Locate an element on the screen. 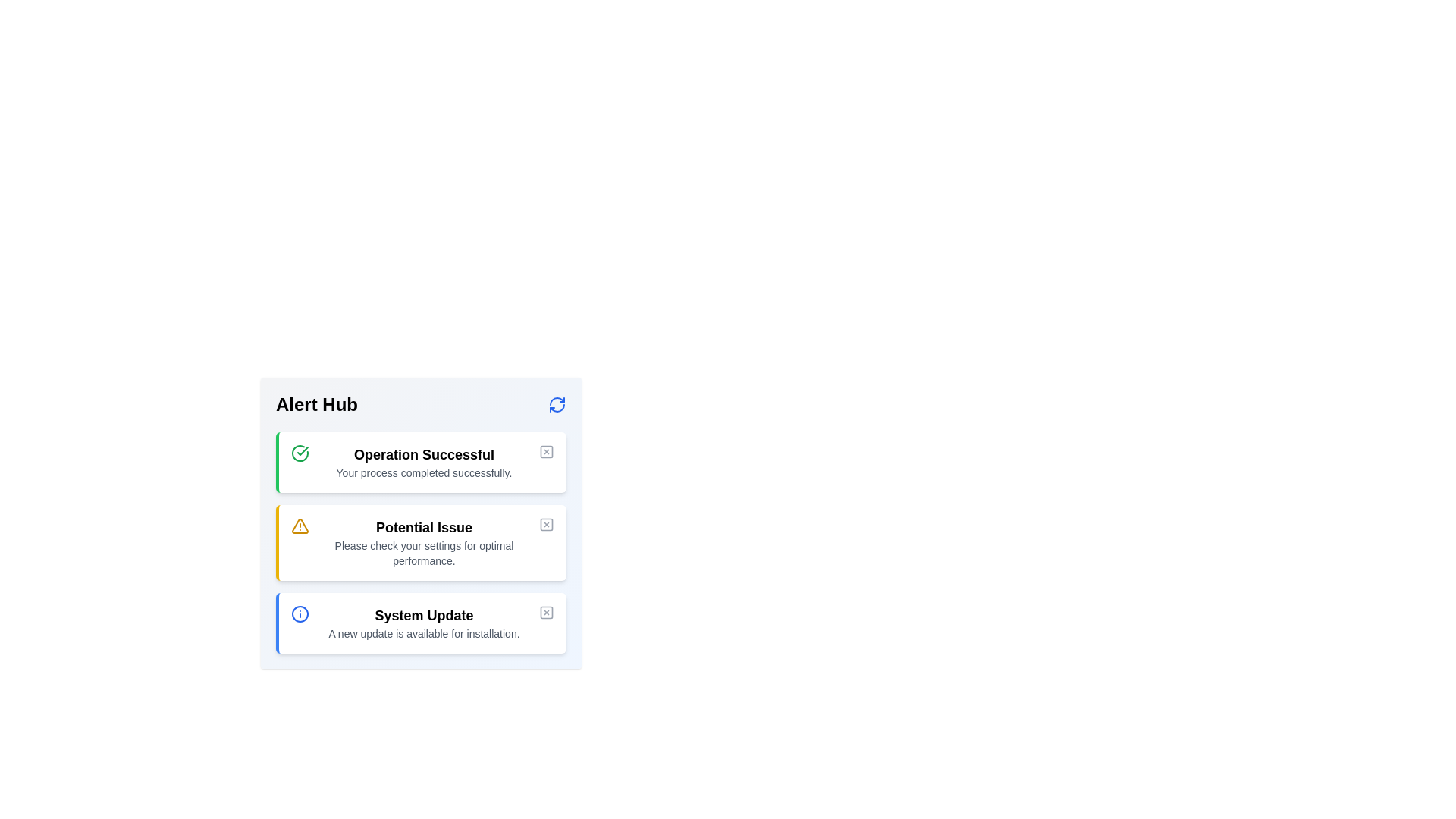  the warning icon located in the second row of the notification list, to the left of the text describing the 'Potential Issue' notification is located at coordinates (300, 526).